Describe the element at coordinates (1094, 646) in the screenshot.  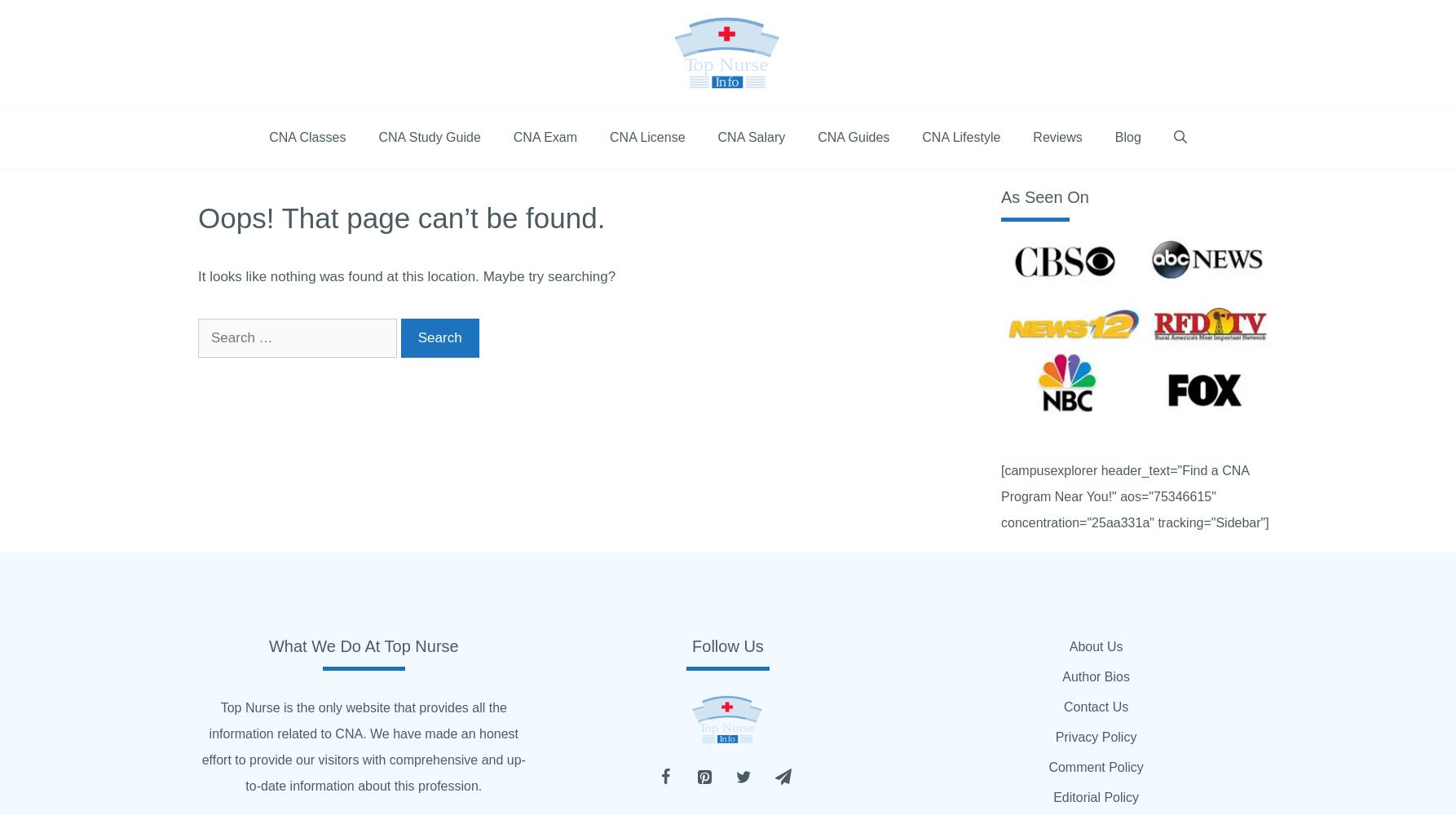
I see `'About Us'` at that location.